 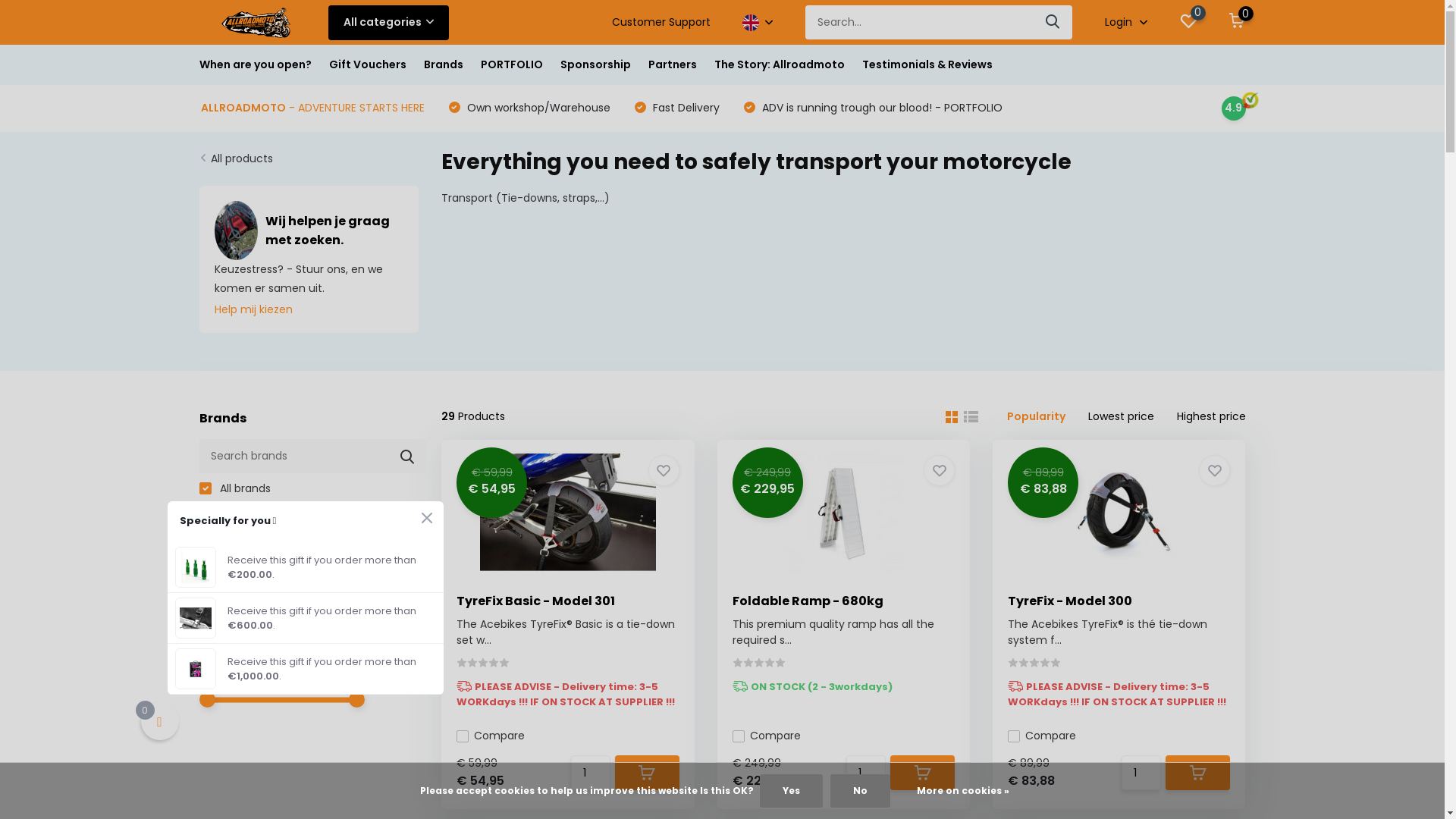 I want to click on 'Brands', so click(x=442, y=64).